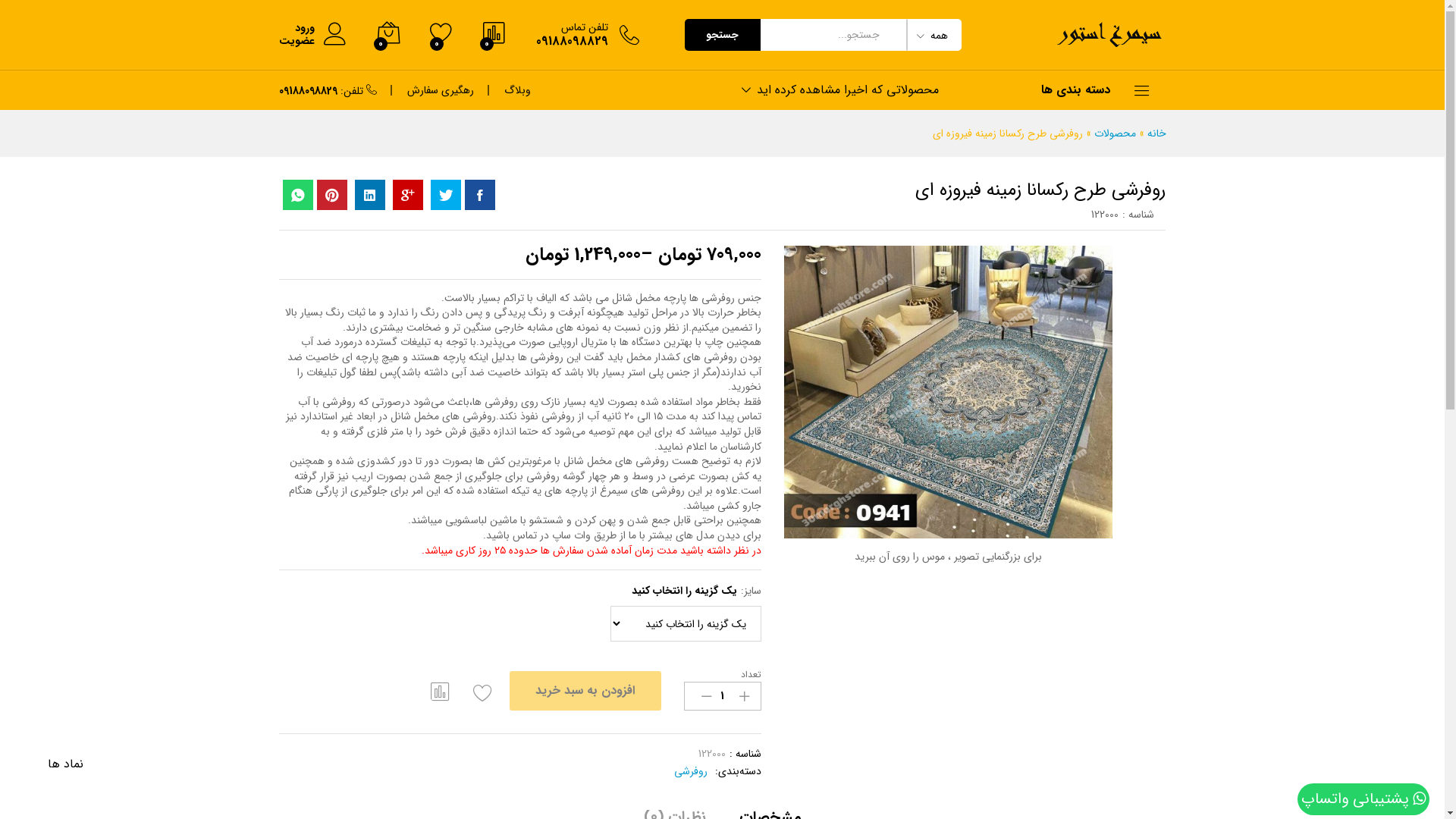  What do you see at coordinates (494, 34) in the screenshot?
I see `'0'` at bounding box center [494, 34].